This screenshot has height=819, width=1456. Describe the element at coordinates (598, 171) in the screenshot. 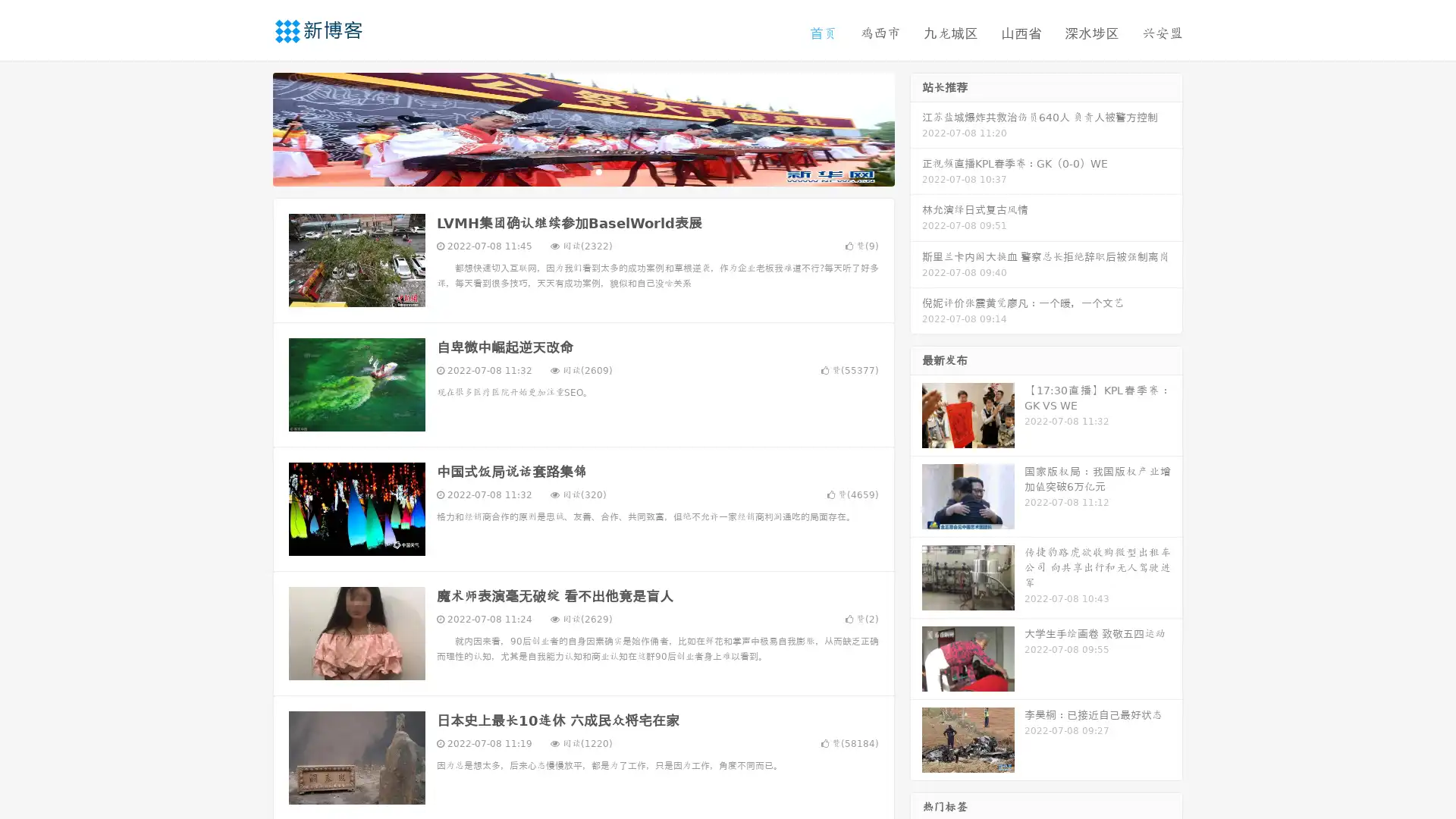

I see `Go to slide 3` at that location.